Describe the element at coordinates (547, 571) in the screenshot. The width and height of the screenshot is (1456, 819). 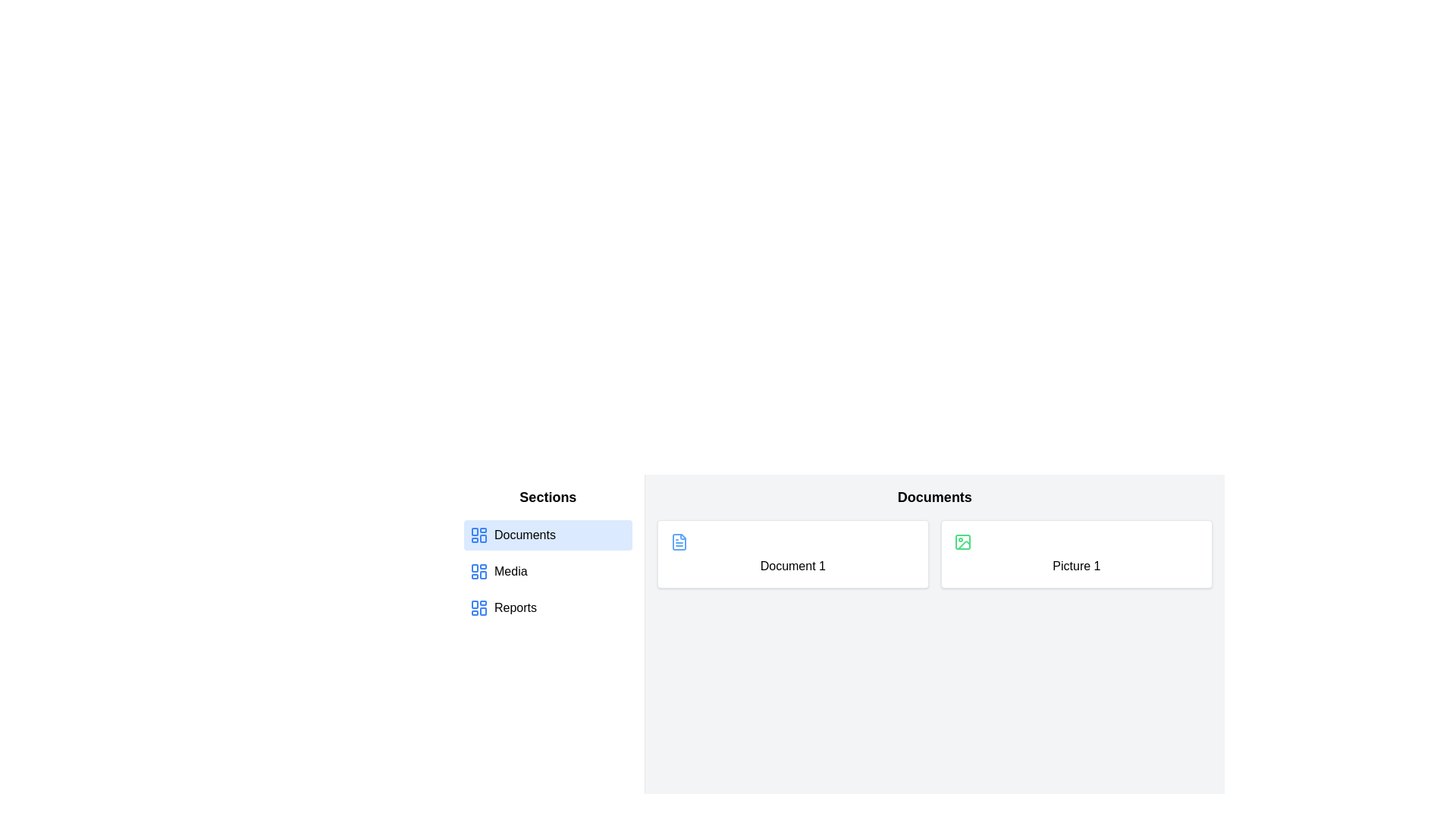
I see `the second selectable list item labeled 'Media'` at that location.